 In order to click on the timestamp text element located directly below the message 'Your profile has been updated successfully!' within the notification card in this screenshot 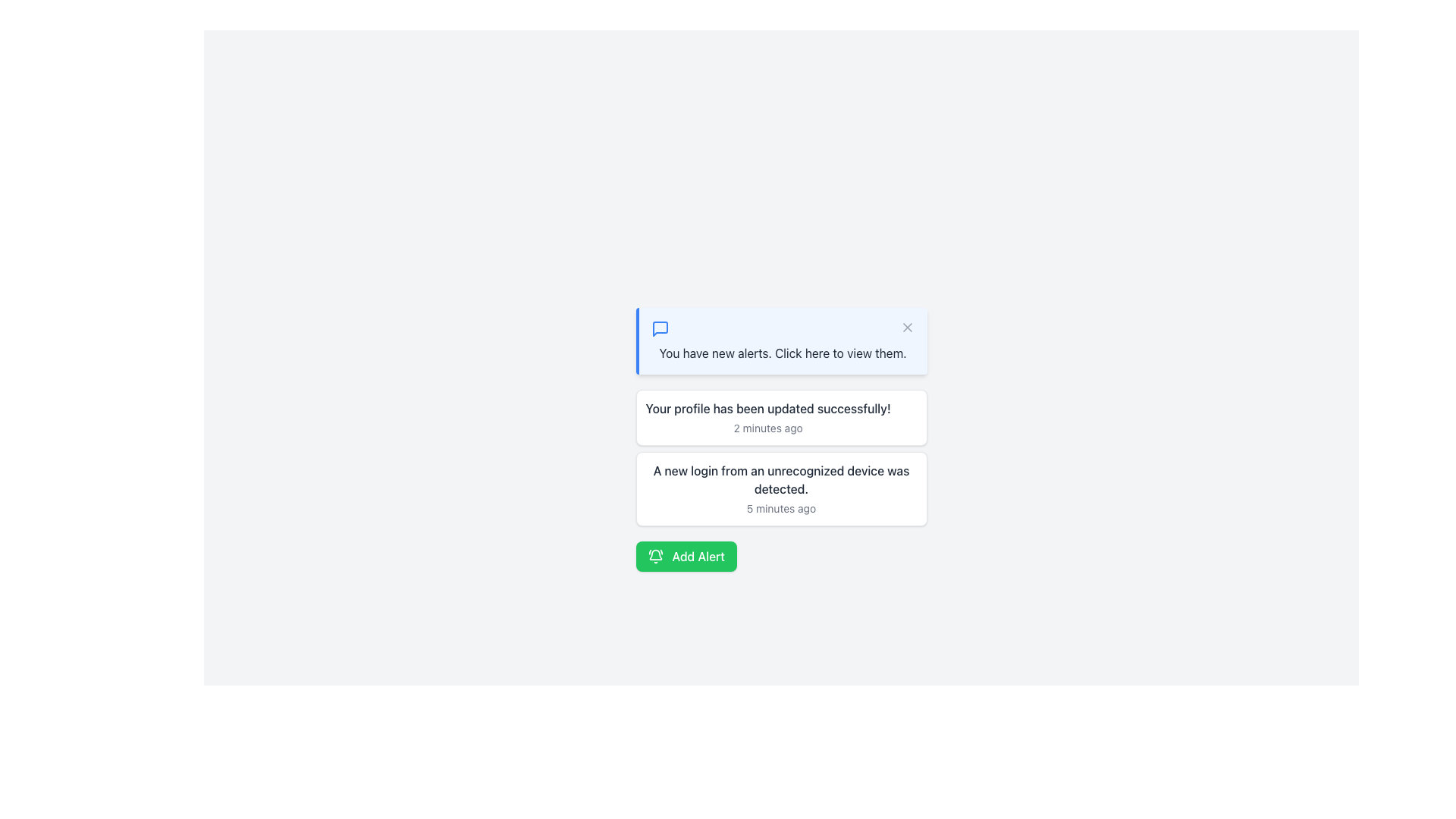, I will do `click(768, 428)`.